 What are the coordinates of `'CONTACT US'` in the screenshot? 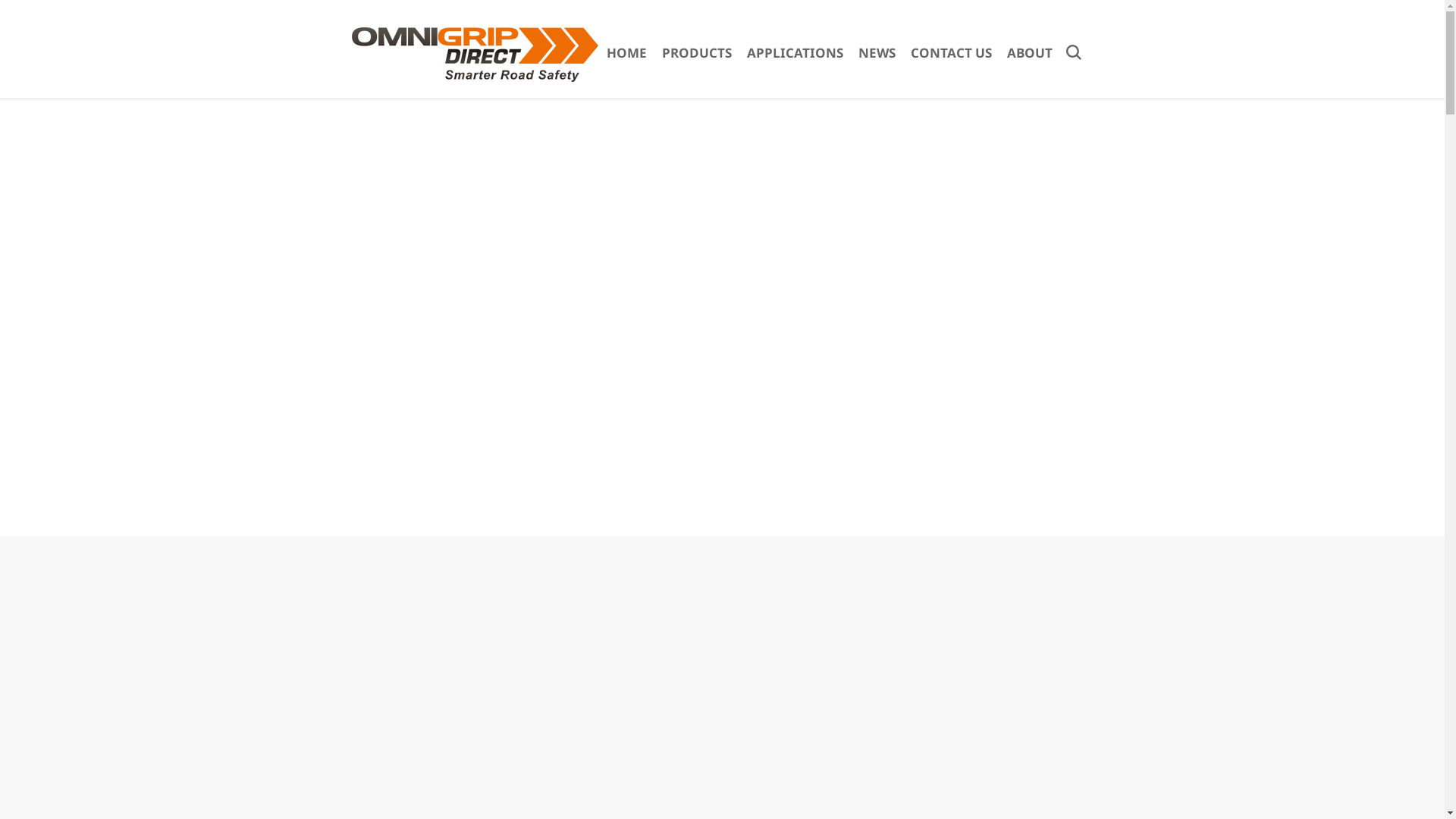 It's located at (950, 52).